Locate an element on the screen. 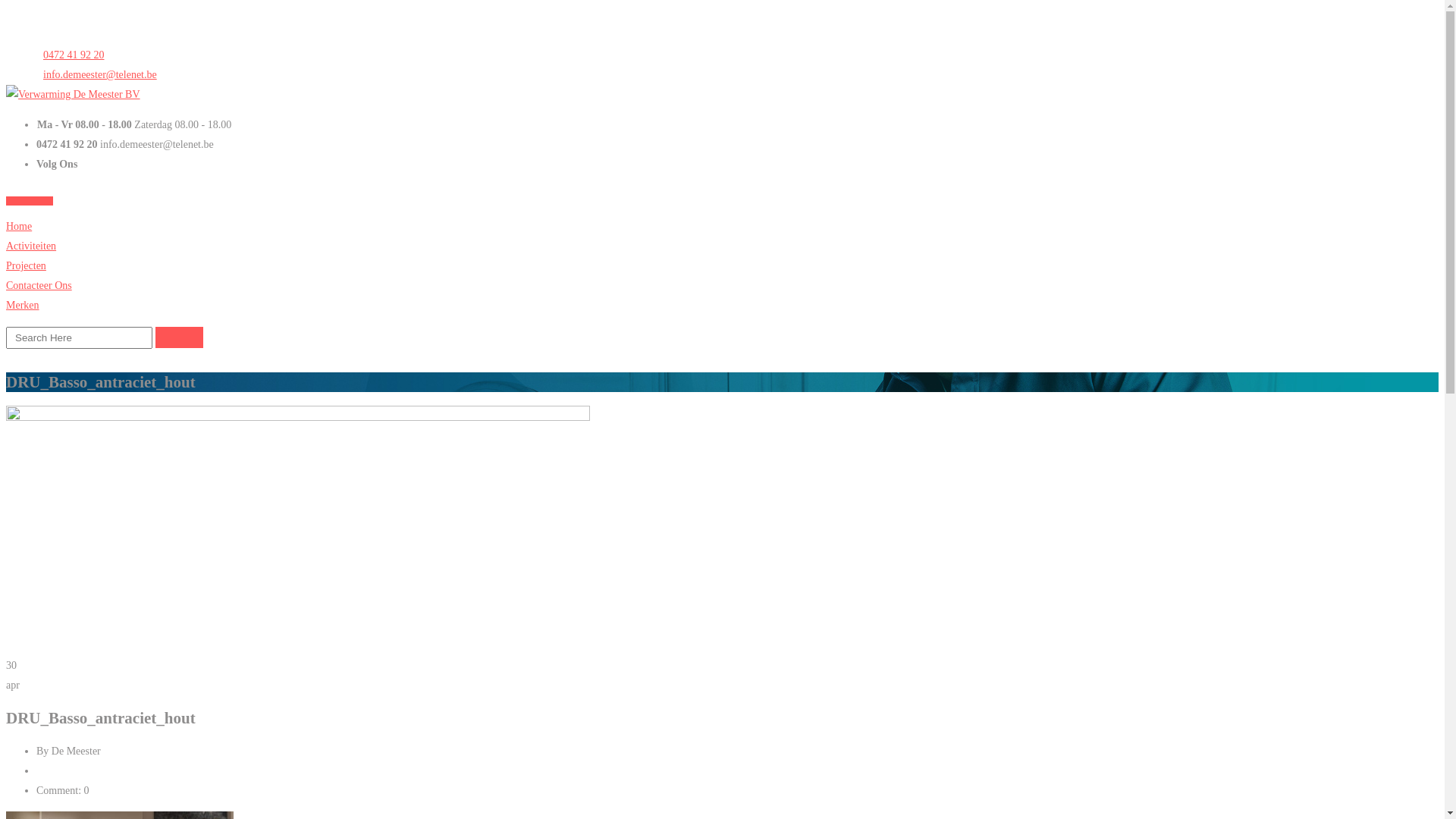 This screenshot has height=819, width=1456. 'Contacteer Ons' is located at coordinates (39, 285).